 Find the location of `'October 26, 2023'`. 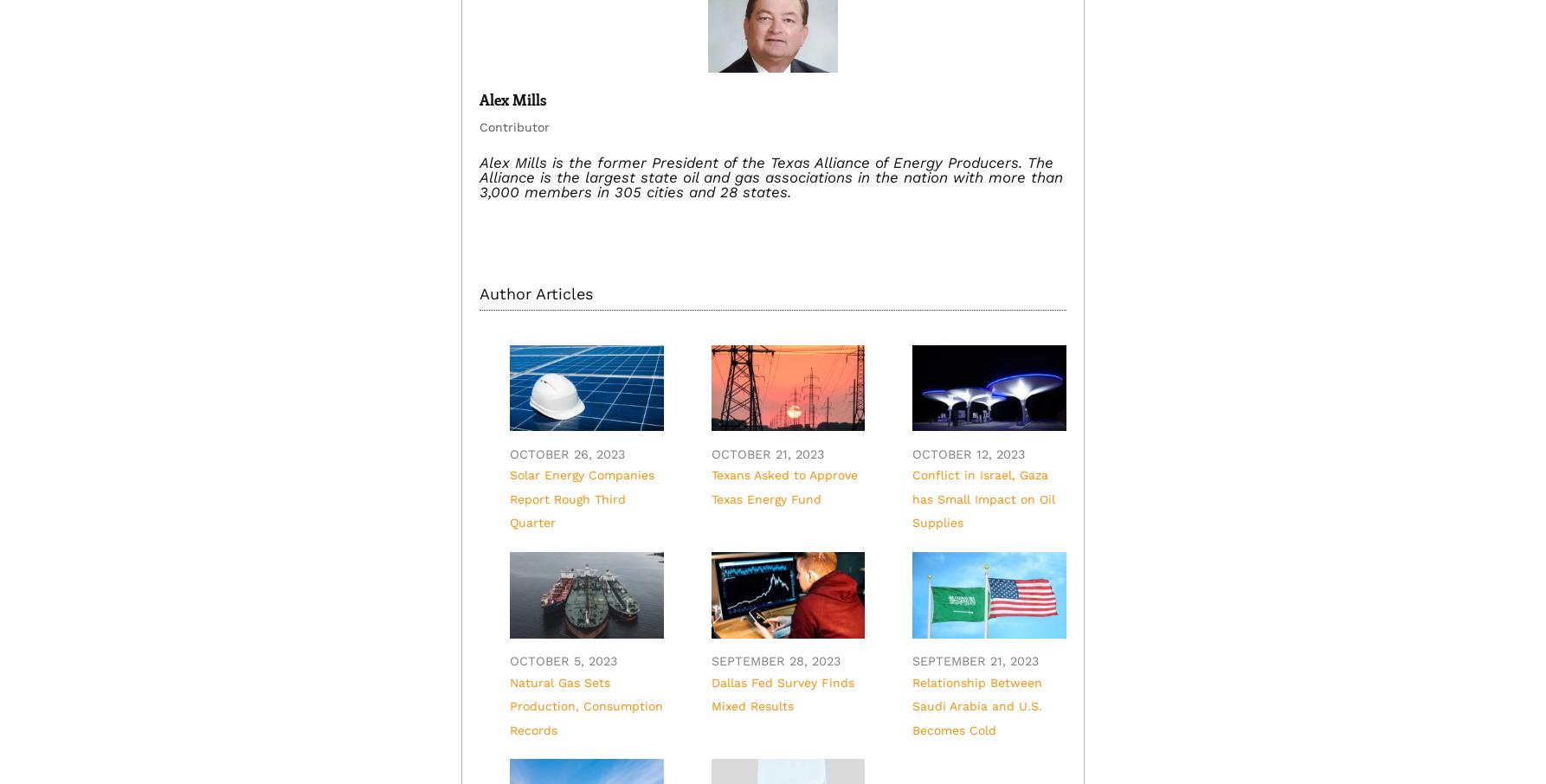

'October 26, 2023' is located at coordinates (566, 453).